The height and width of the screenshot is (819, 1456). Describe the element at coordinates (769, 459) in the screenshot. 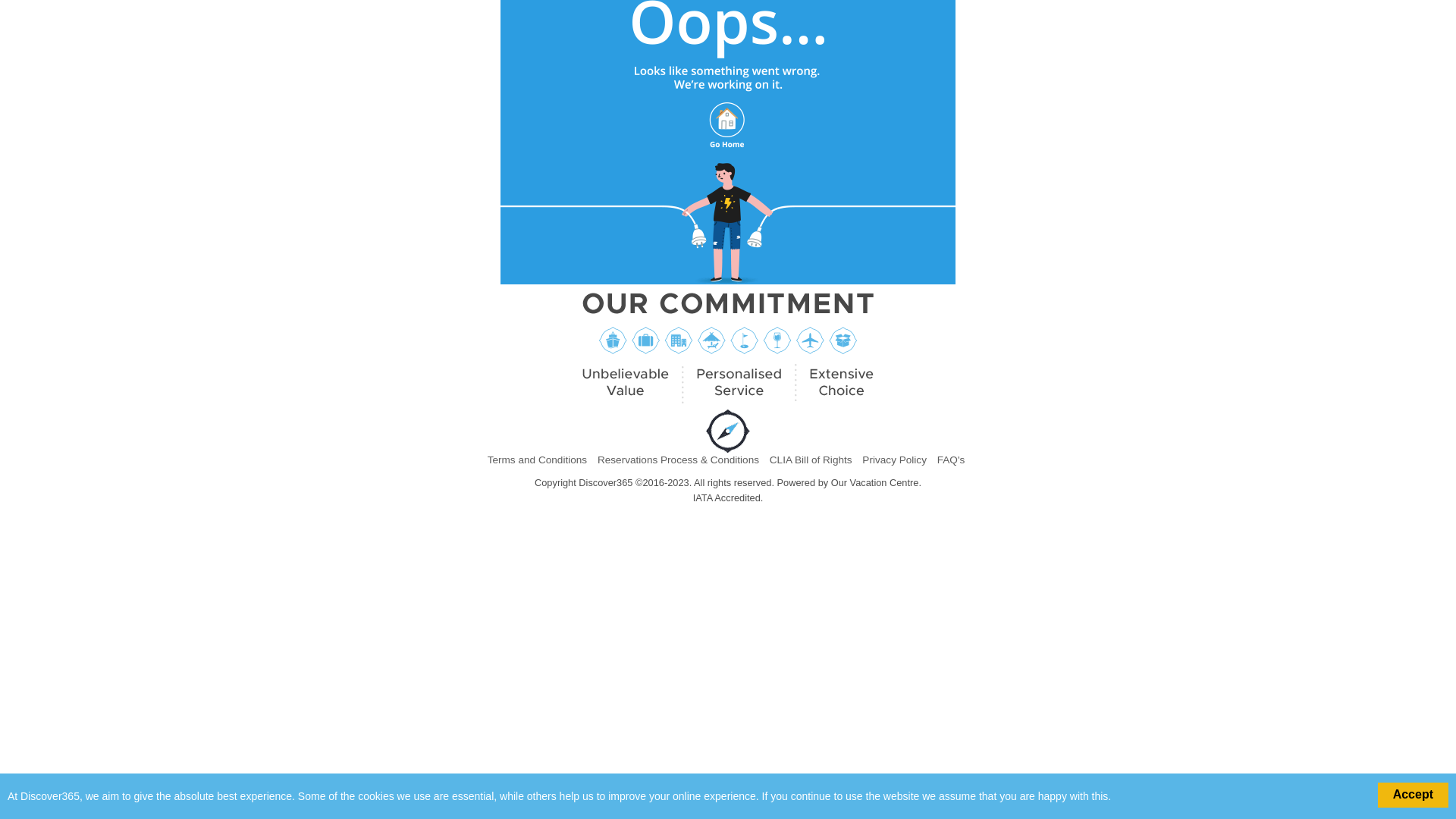

I see `'CLIA Bill of Rights'` at that location.